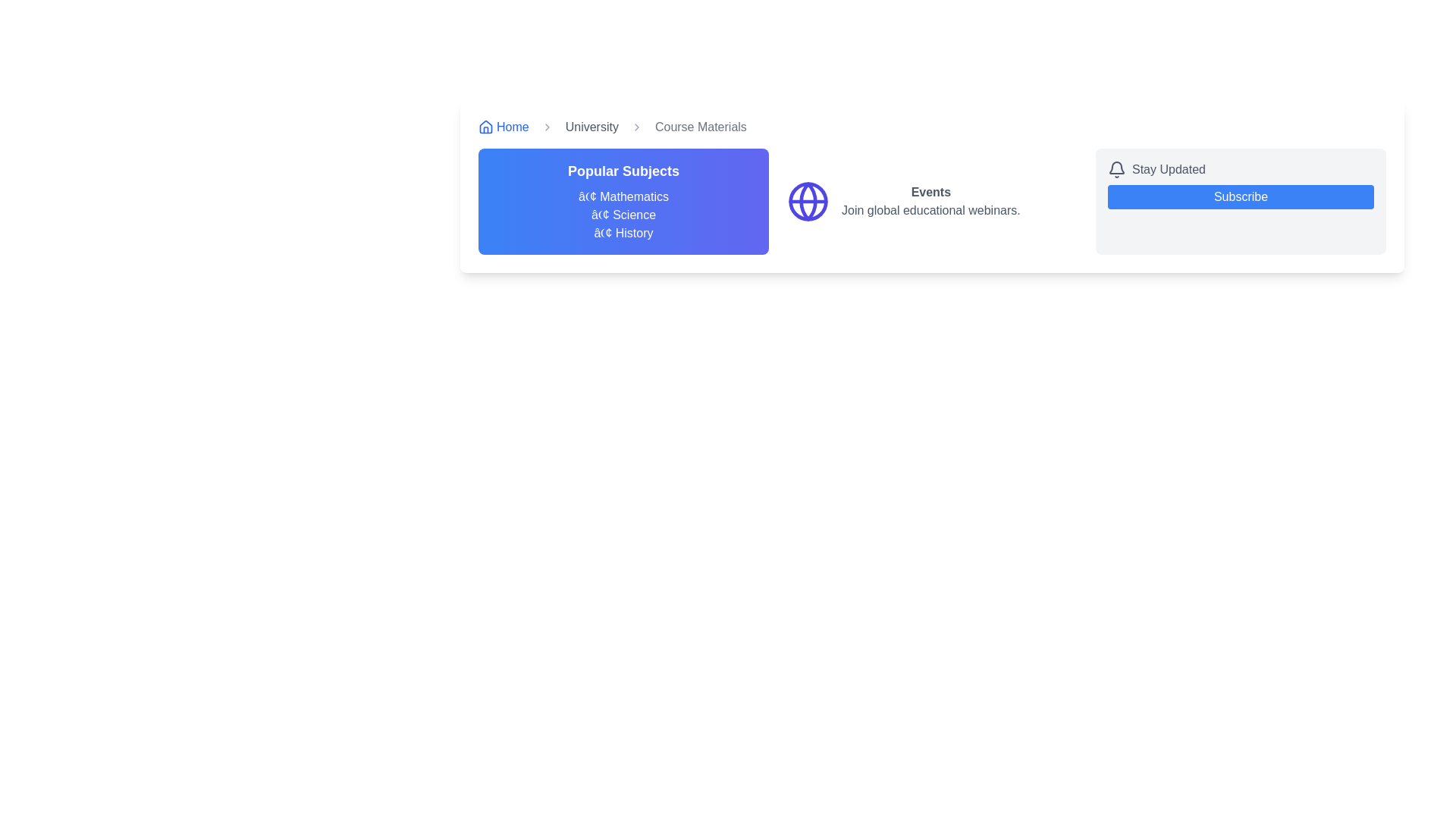 This screenshot has height=819, width=1456. What do you see at coordinates (807, 201) in the screenshot?
I see `the globe icon which is indigo in color and positioned immediately to the left of the text 'Events'` at bounding box center [807, 201].